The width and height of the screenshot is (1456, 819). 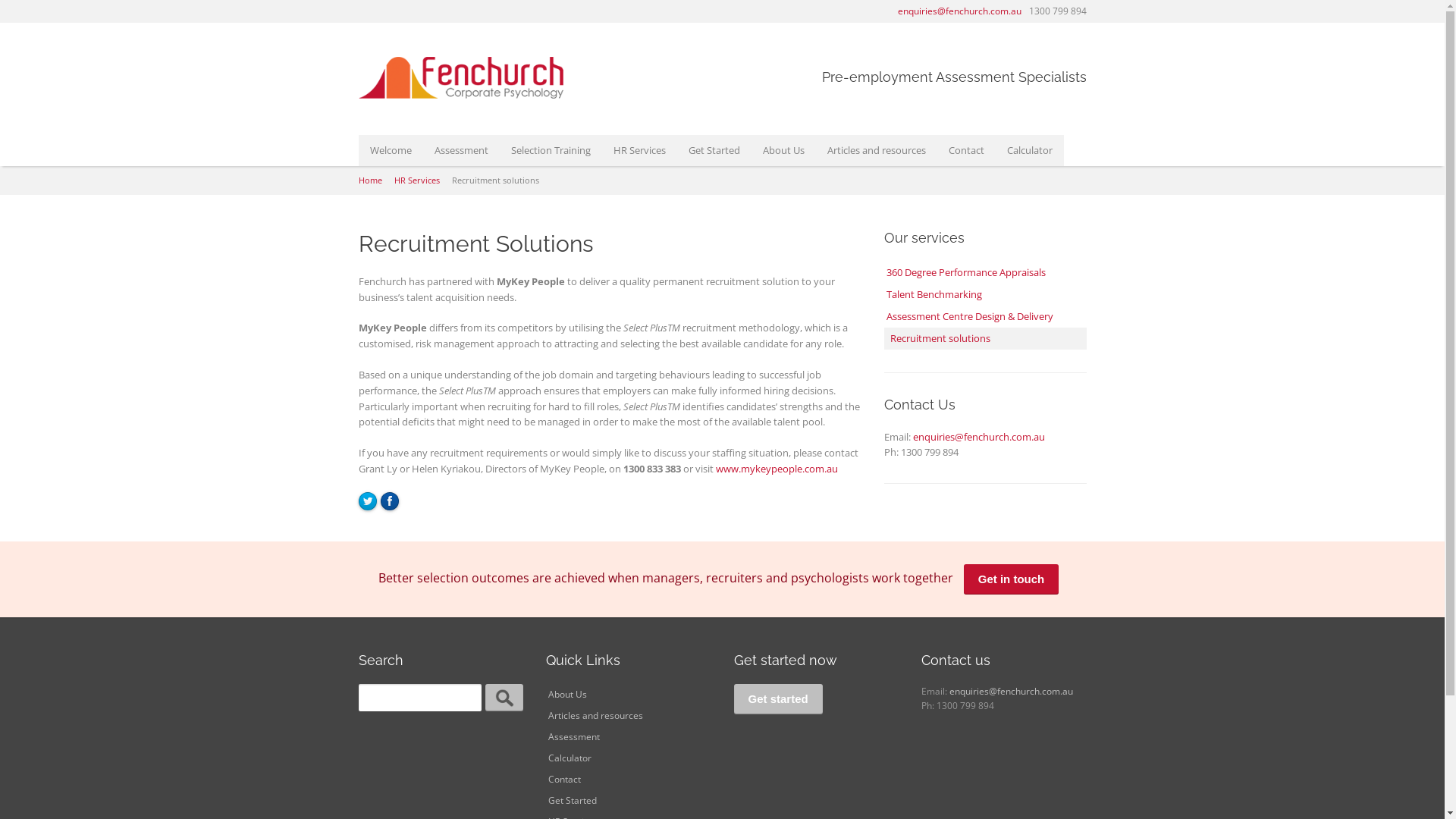 I want to click on 'Assessment Centre Design & Delivery', so click(x=985, y=315).